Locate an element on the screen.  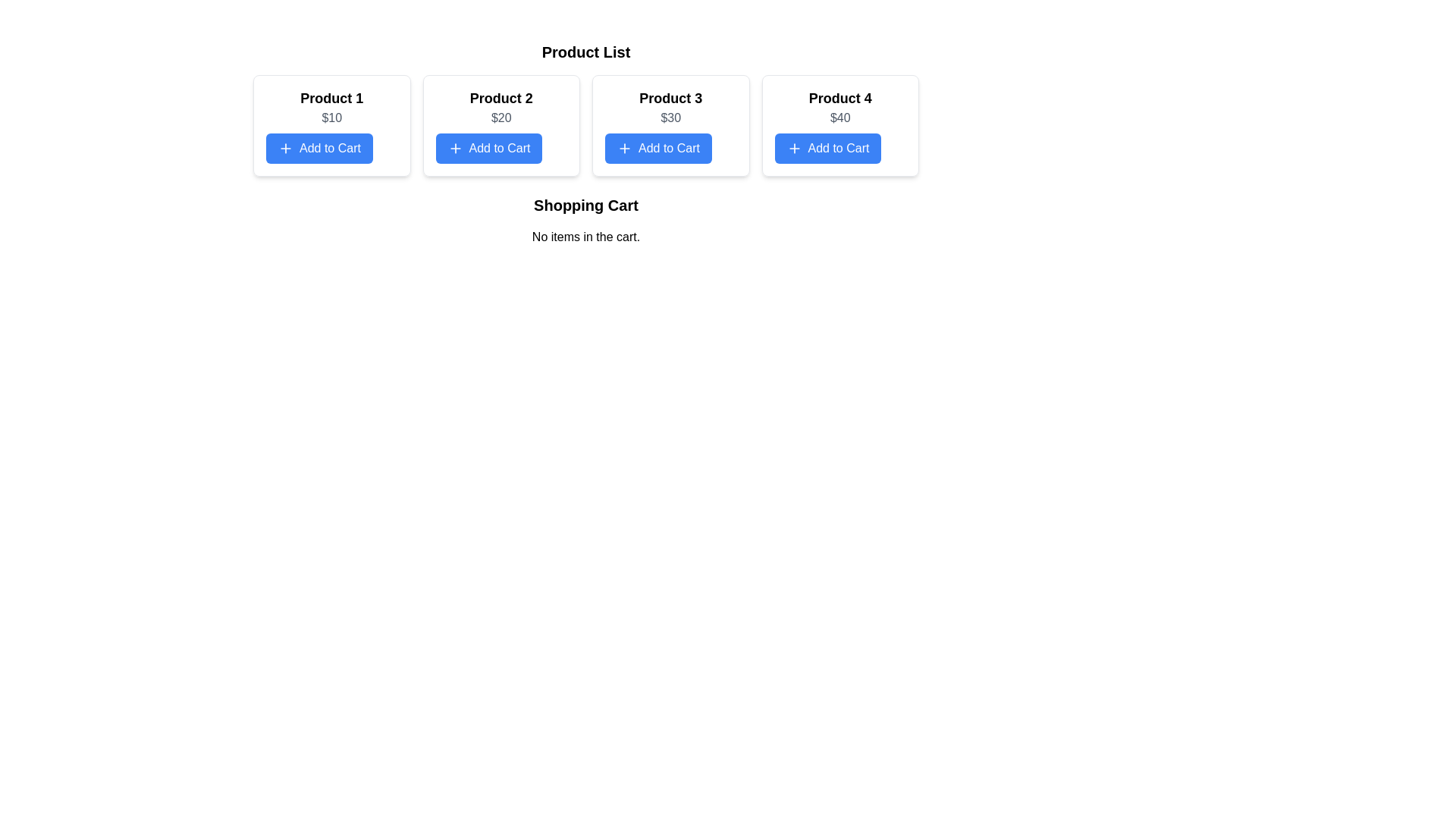
the bold, extra-large text label reading 'Product List', which is centered above the product items grid is located at coordinates (585, 52).